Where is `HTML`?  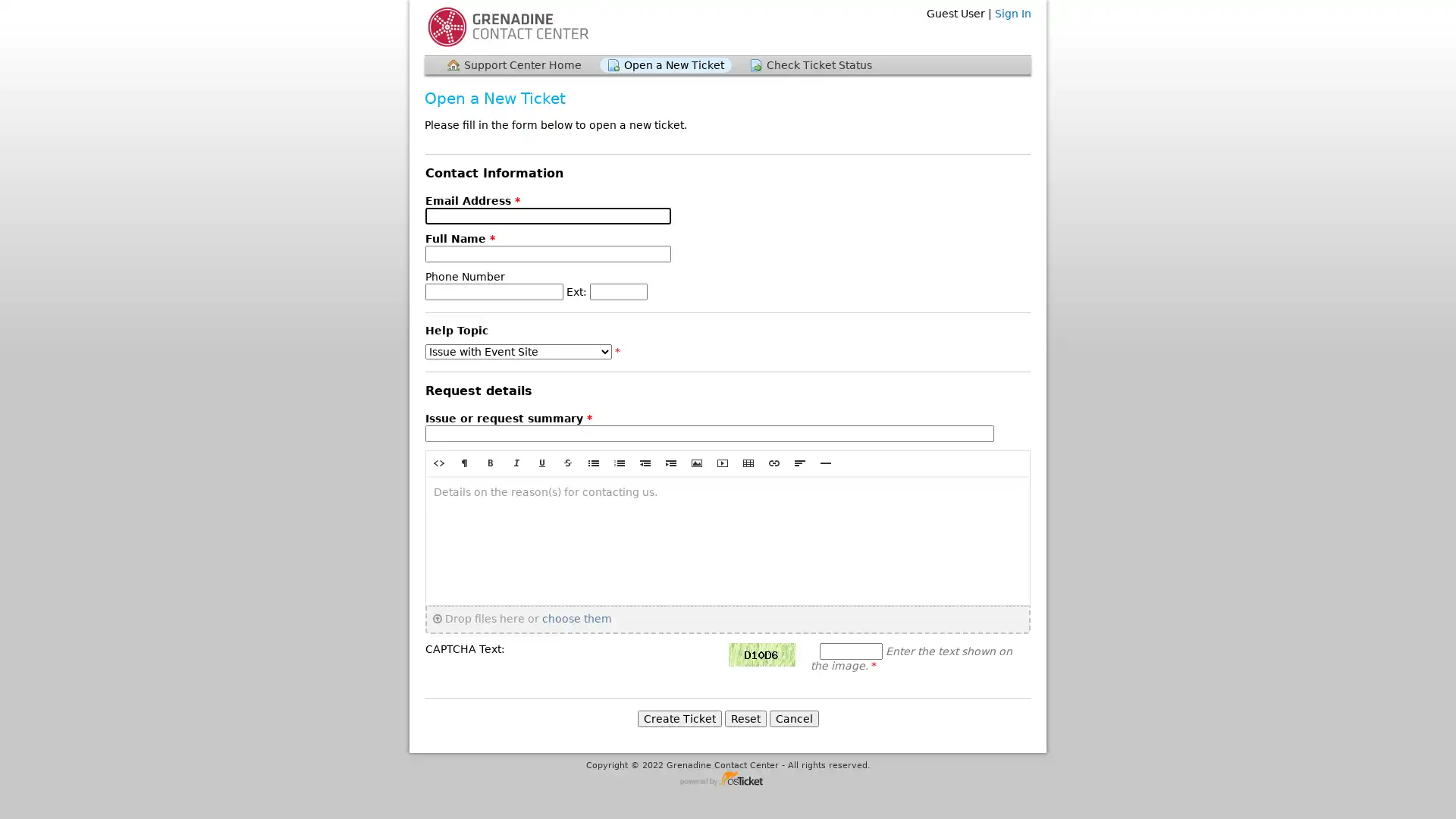 HTML is located at coordinates (438, 462).